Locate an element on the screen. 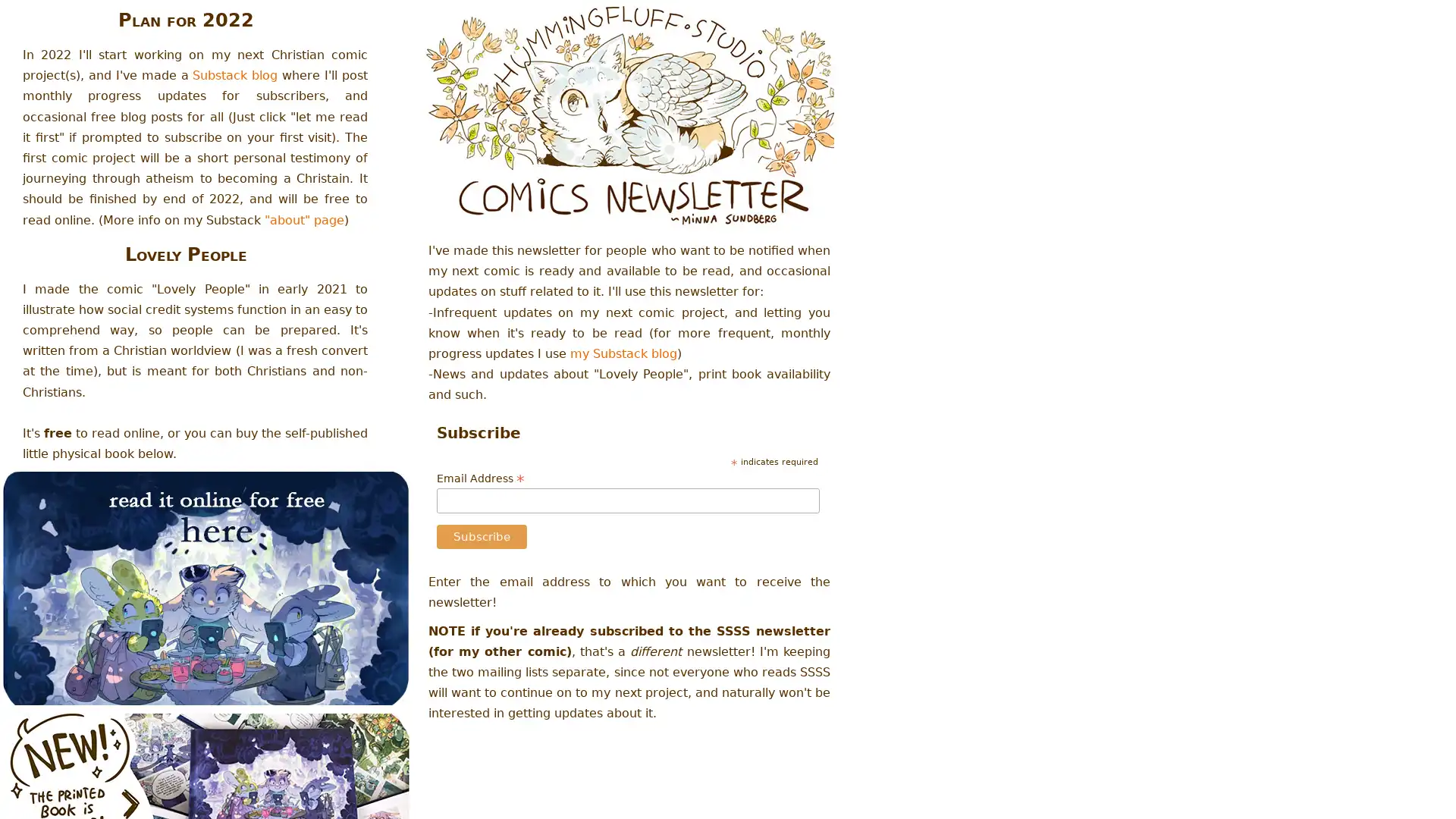  Subscribe is located at coordinates (481, 536).